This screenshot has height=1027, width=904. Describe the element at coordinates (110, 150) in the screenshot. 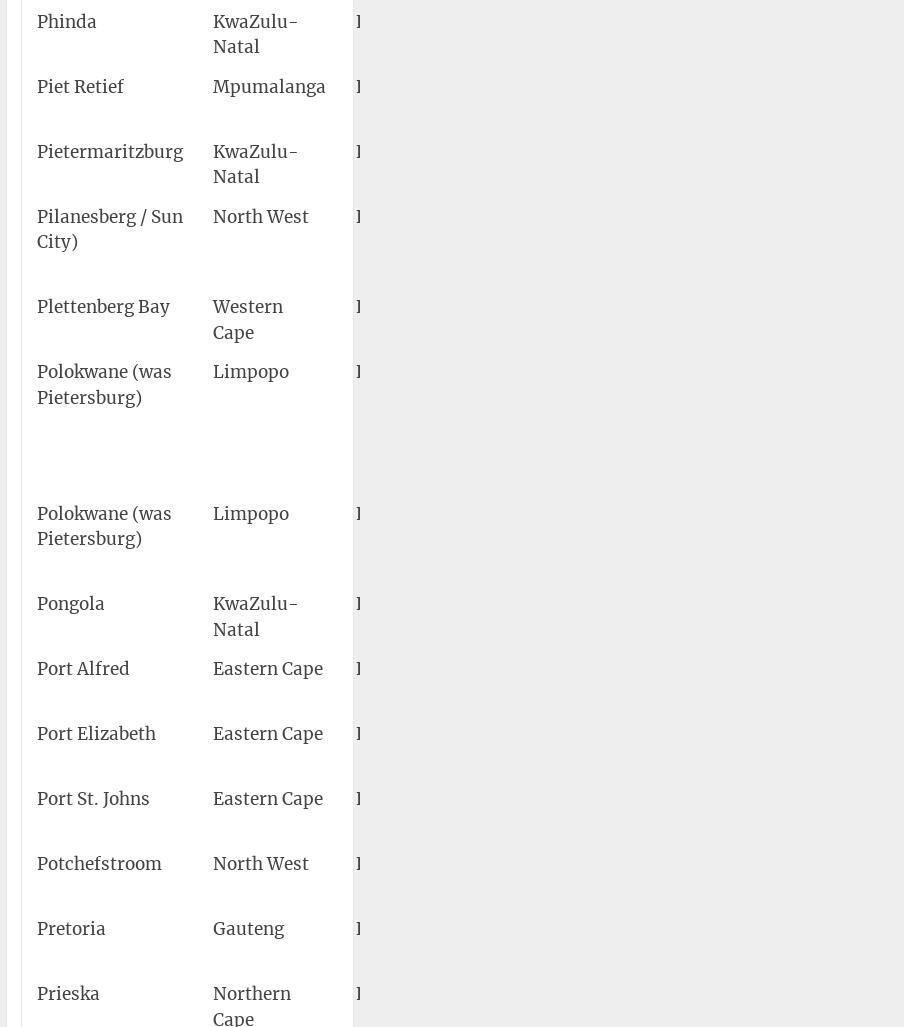

I see `'Pietermaritzburg'` at that location.